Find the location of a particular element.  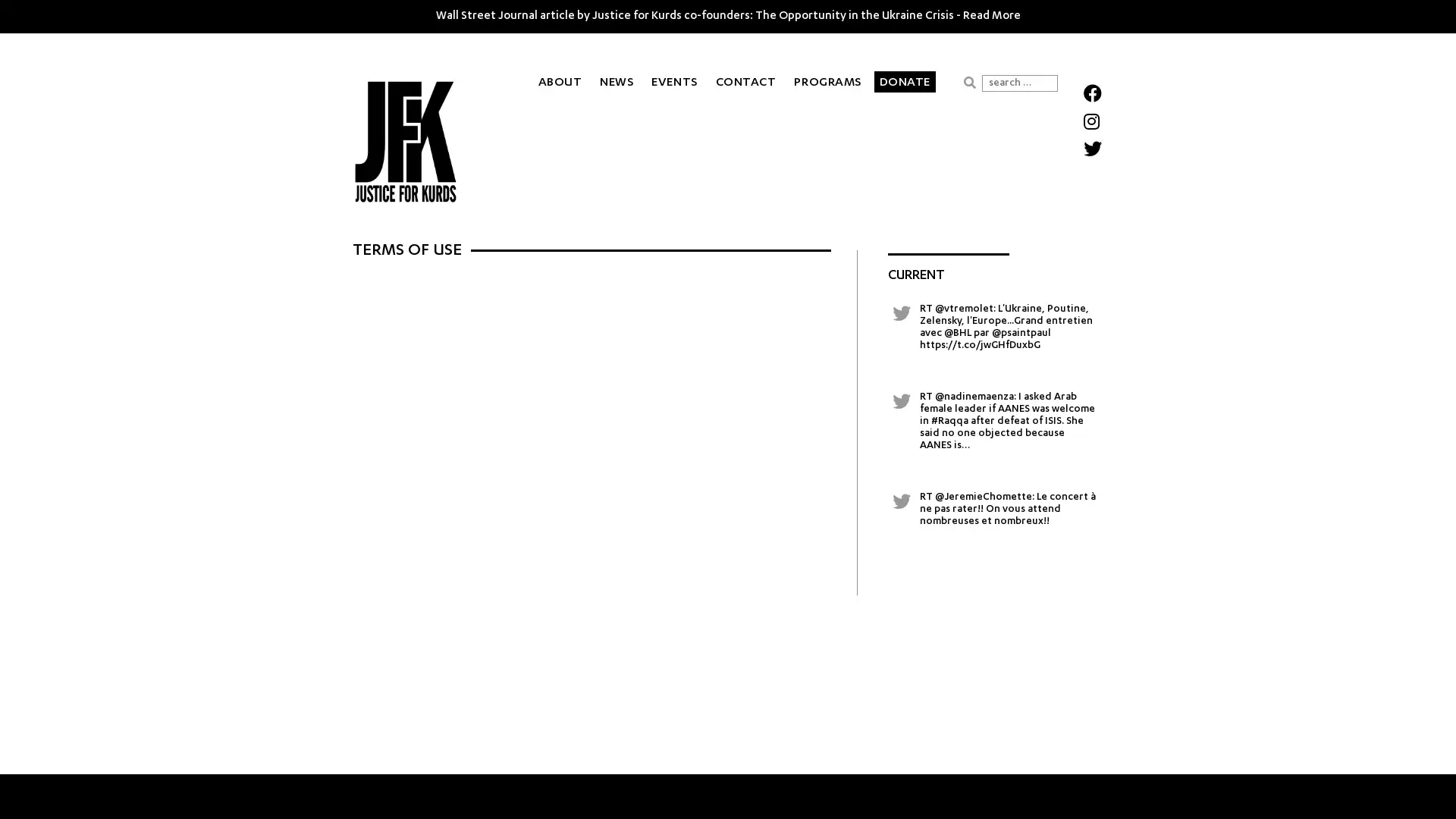

Search is located at coordinates (968, 82).